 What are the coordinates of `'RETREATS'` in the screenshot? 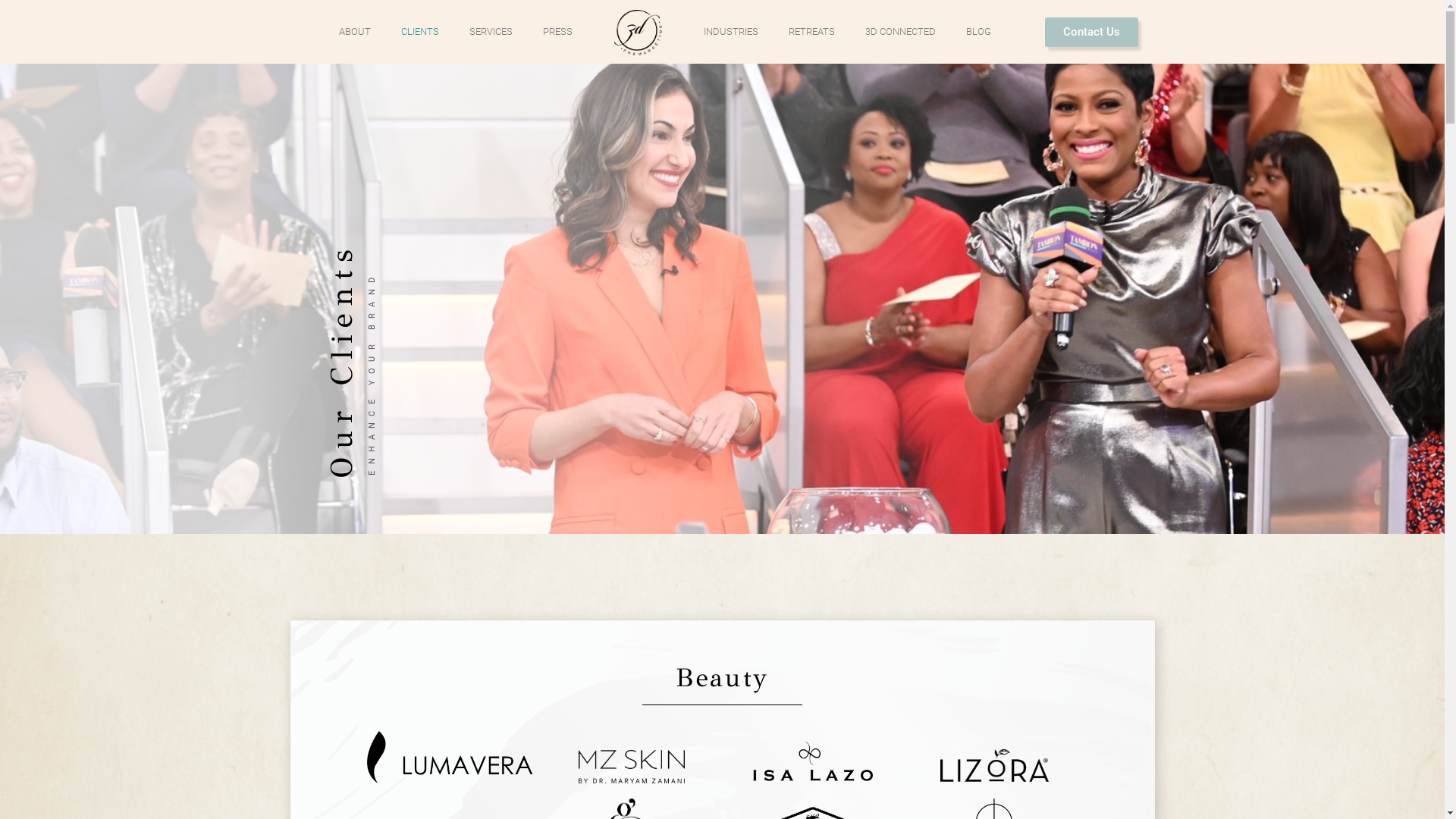 It's located at (811, 32).